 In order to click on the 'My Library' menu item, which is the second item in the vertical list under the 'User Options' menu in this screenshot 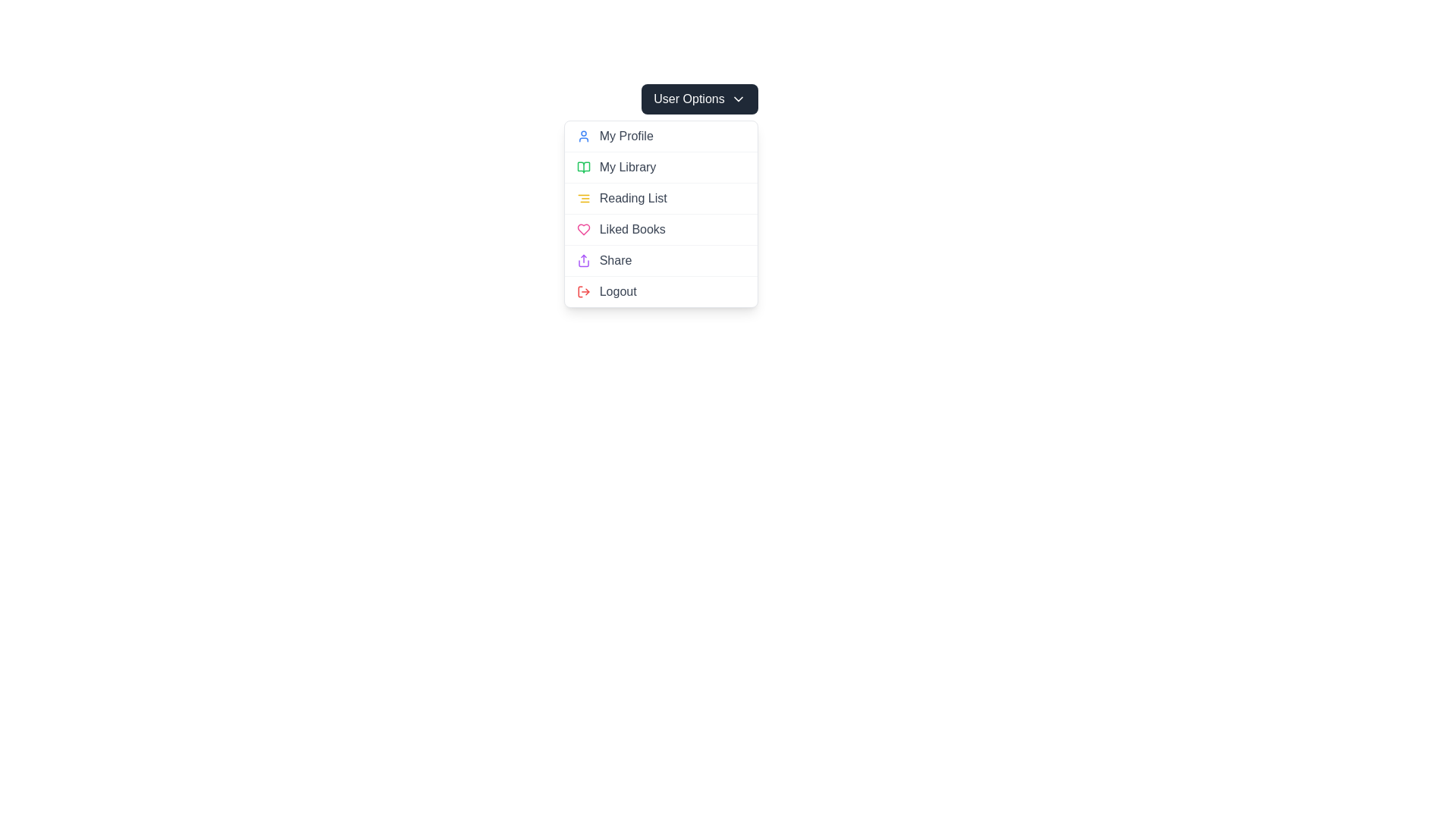, I will do `click(661, 167)`.